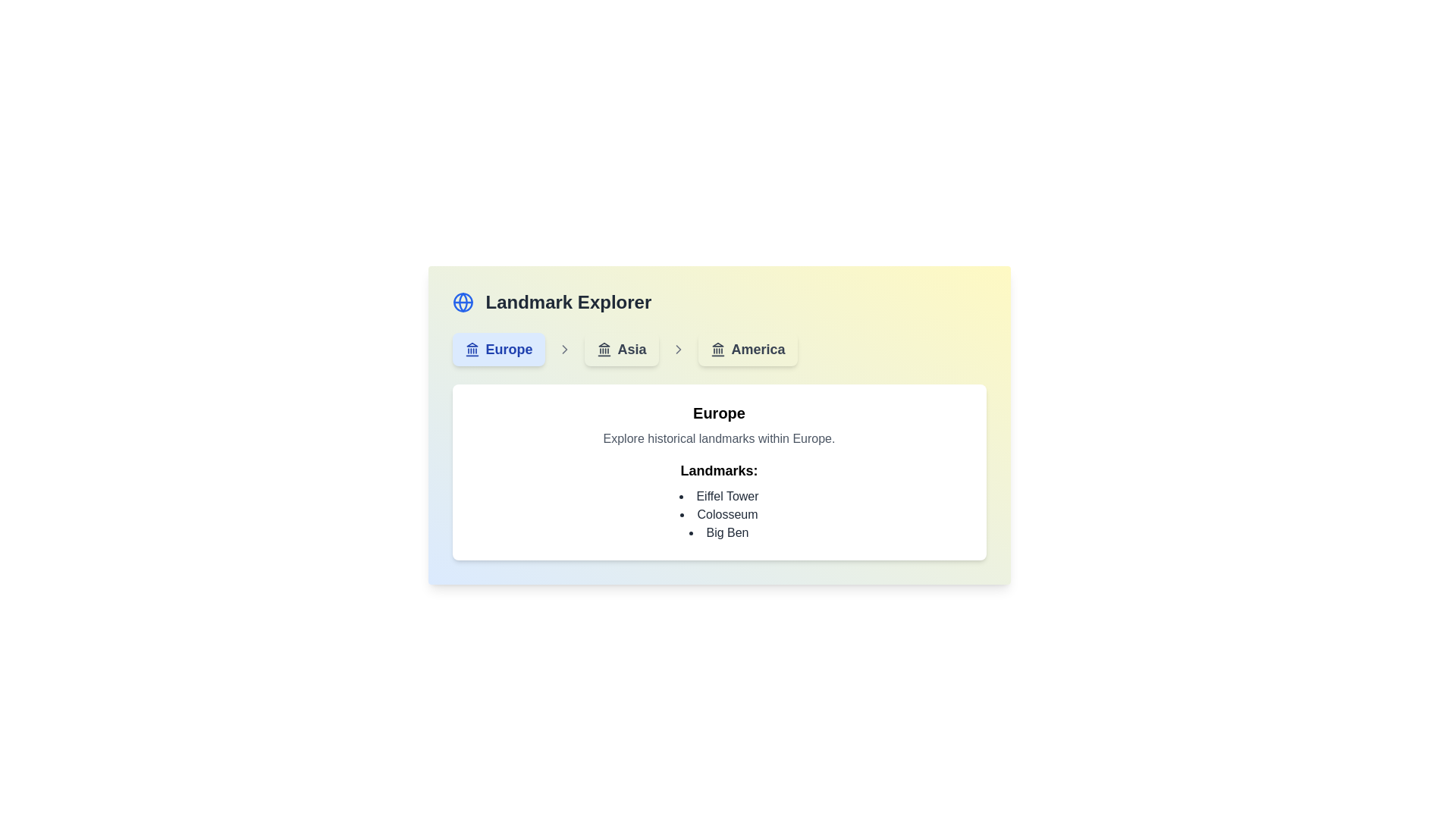  I want to click on the text element displaying 'Eiffel Tower', which is the first item in a bulleted list under the 'Landmarks' heading in the Europe section, so click(718, 497).